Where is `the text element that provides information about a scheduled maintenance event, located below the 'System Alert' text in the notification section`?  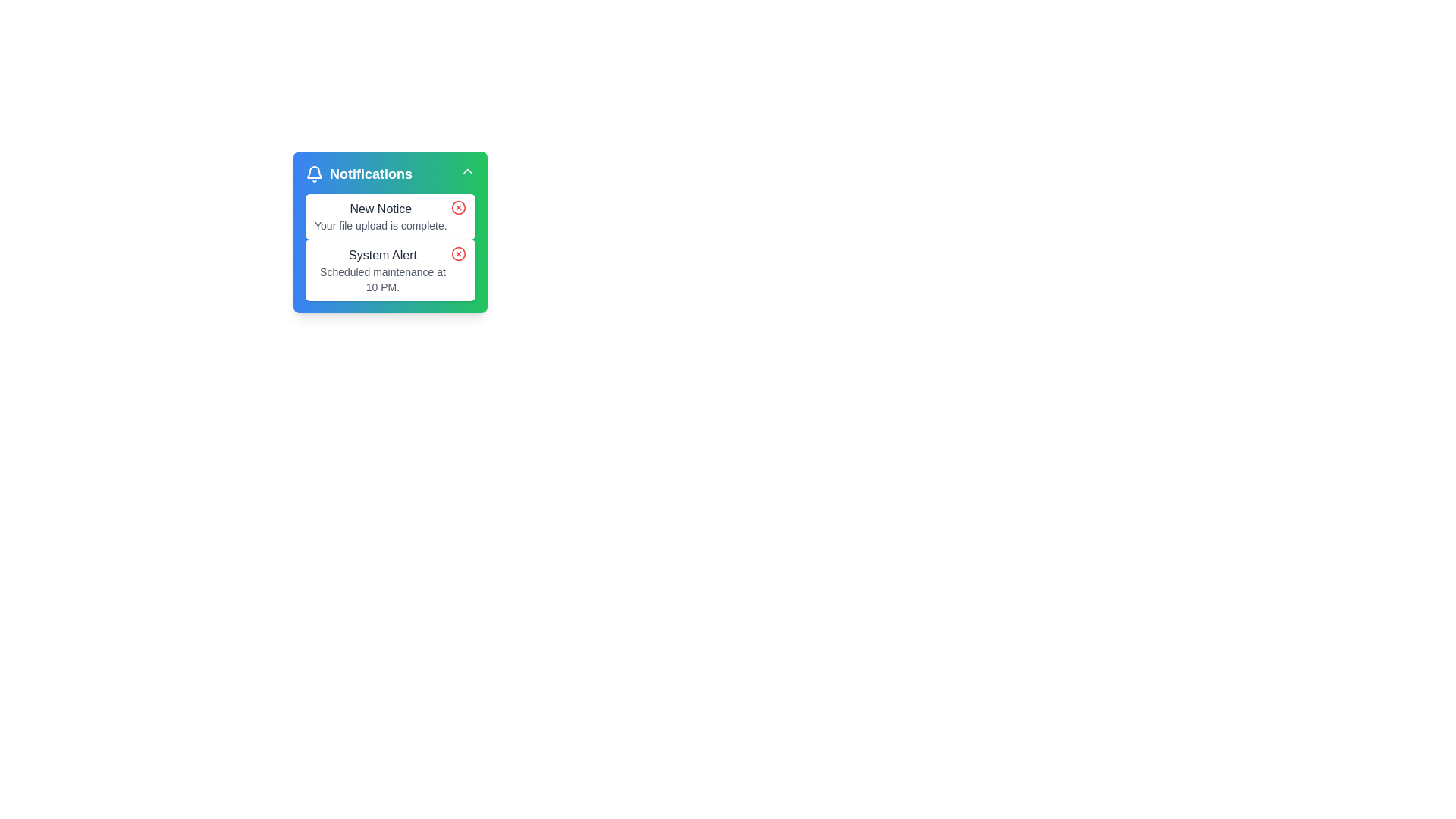 the text element that provides information about a scheduled maintenance event, located below the 'System Alert' text in the notification section is located at coordinates (382, 280).